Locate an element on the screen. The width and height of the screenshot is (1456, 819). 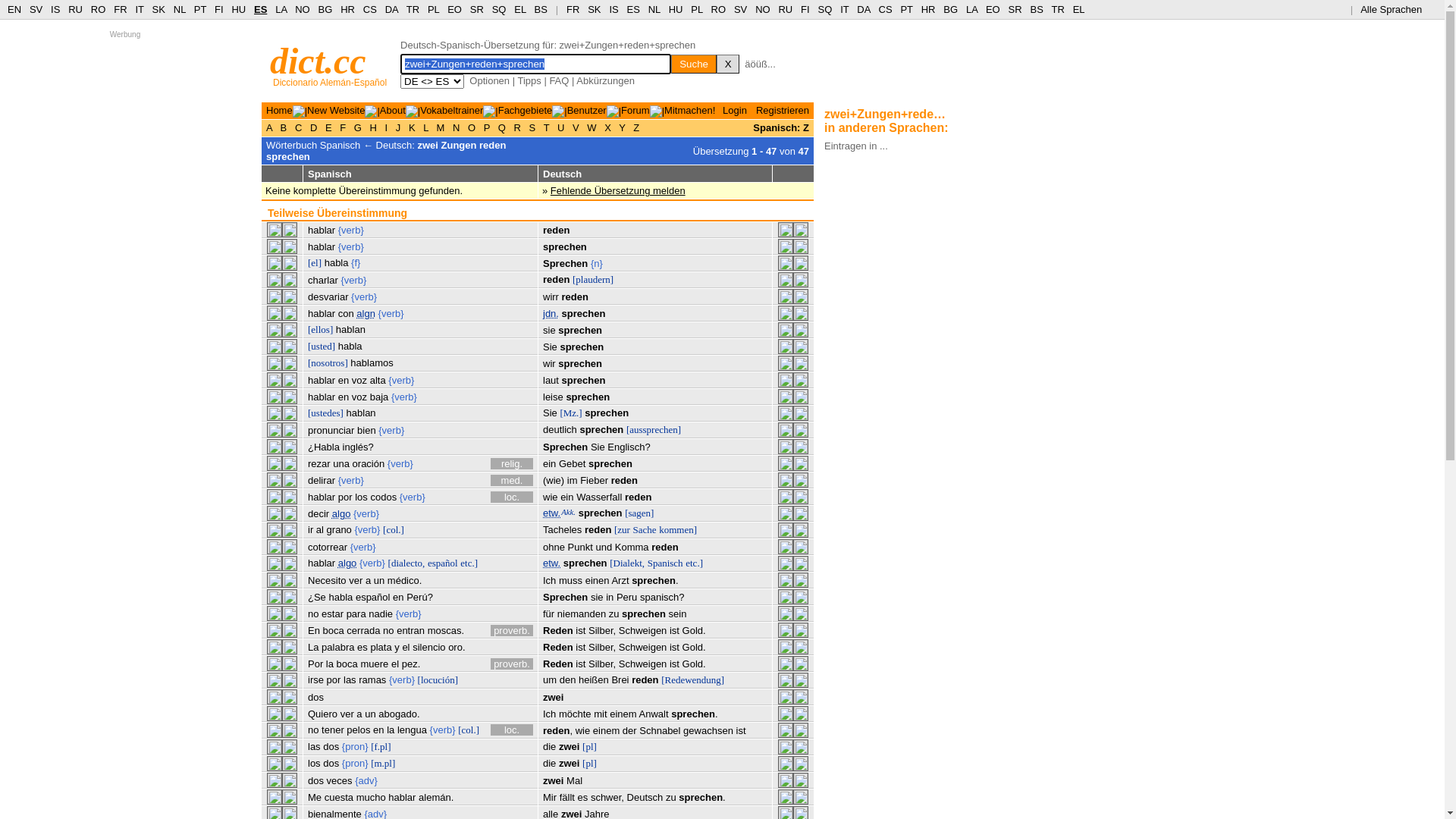
'no' is located at coordinates (307, 729).